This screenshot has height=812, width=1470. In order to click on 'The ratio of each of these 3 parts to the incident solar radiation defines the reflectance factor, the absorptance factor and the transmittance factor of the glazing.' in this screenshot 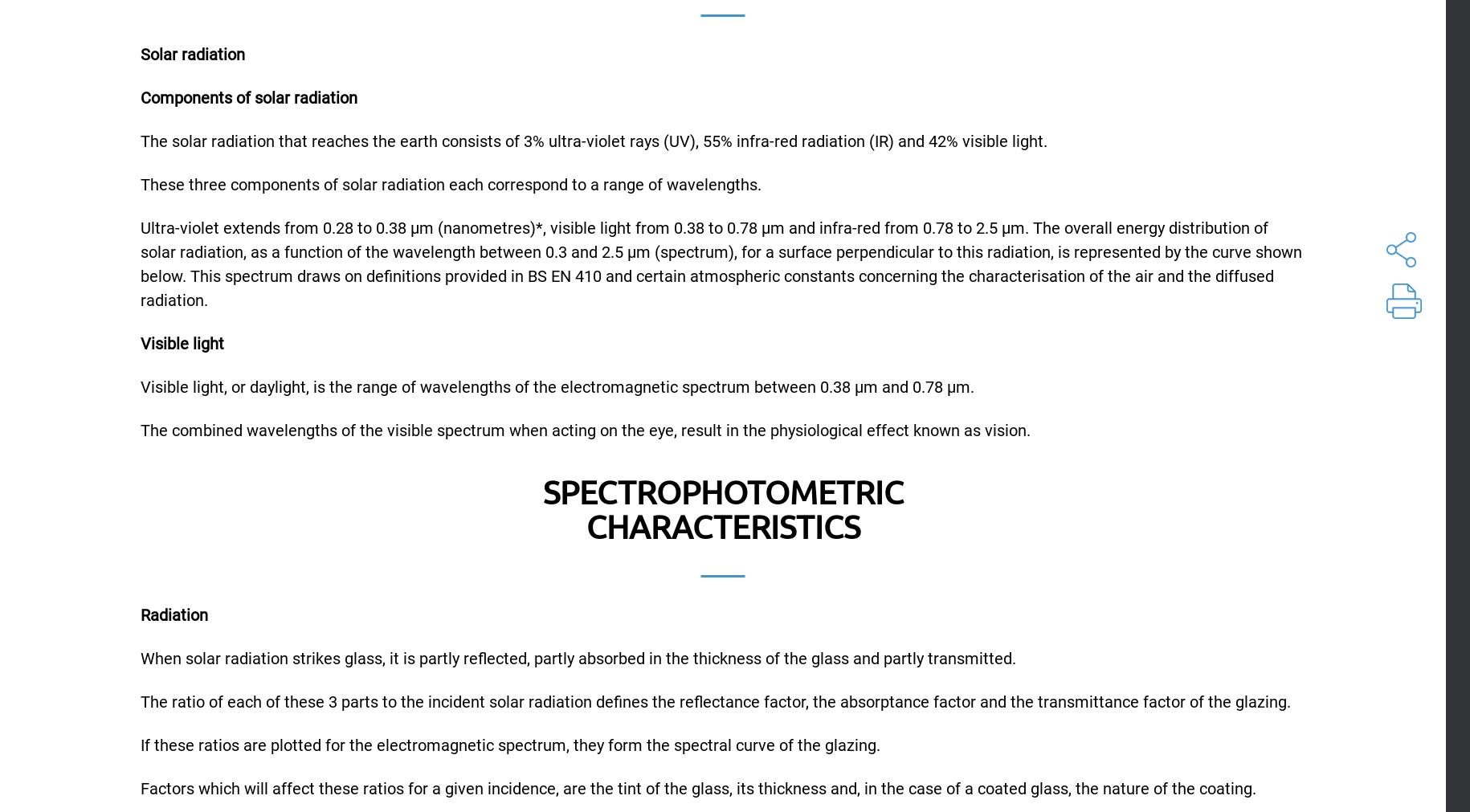, I will do `click(716, 700)`.